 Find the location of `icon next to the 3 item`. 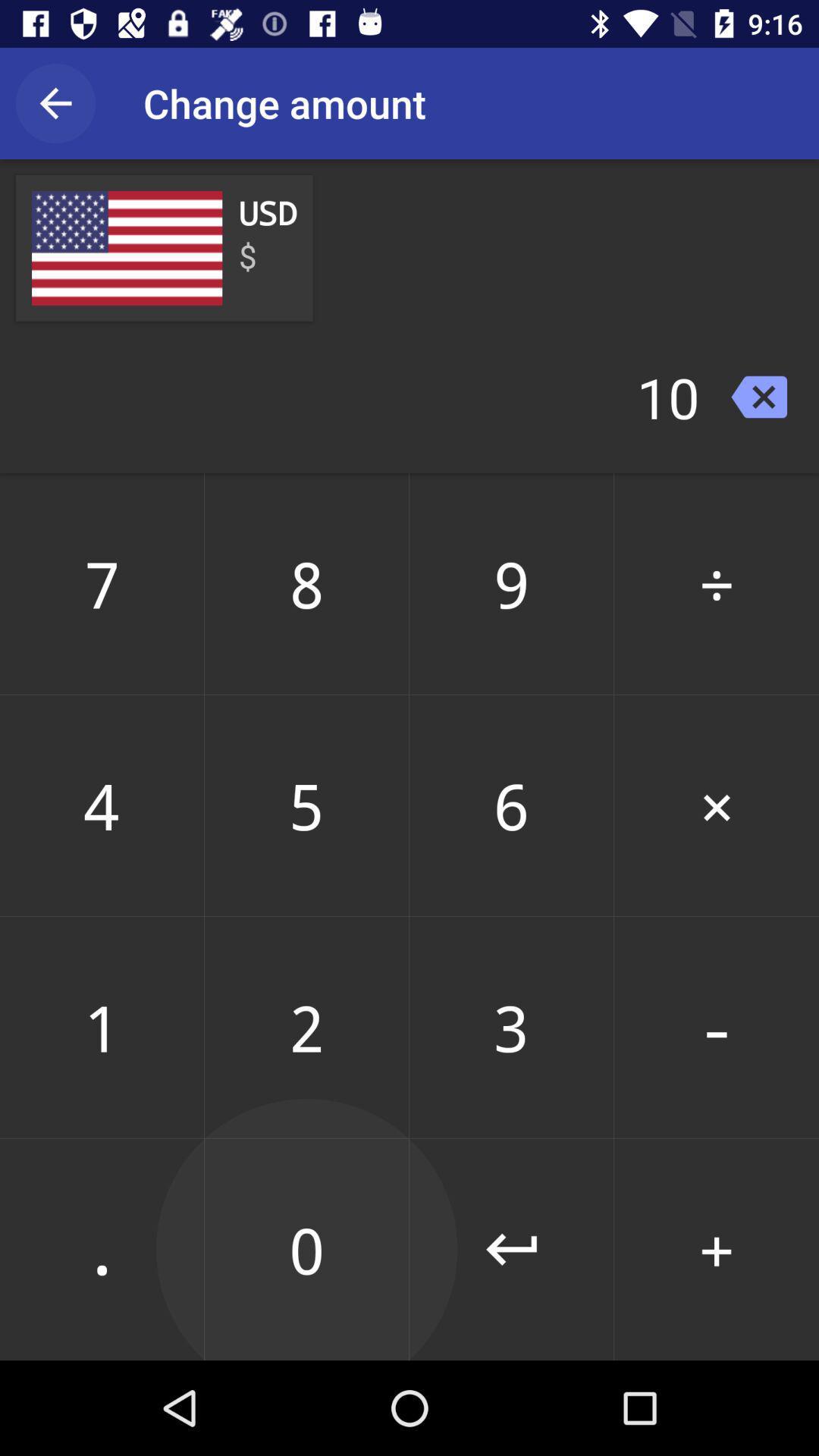

icon next to the 3 item is located at coordinates (717, 1249).